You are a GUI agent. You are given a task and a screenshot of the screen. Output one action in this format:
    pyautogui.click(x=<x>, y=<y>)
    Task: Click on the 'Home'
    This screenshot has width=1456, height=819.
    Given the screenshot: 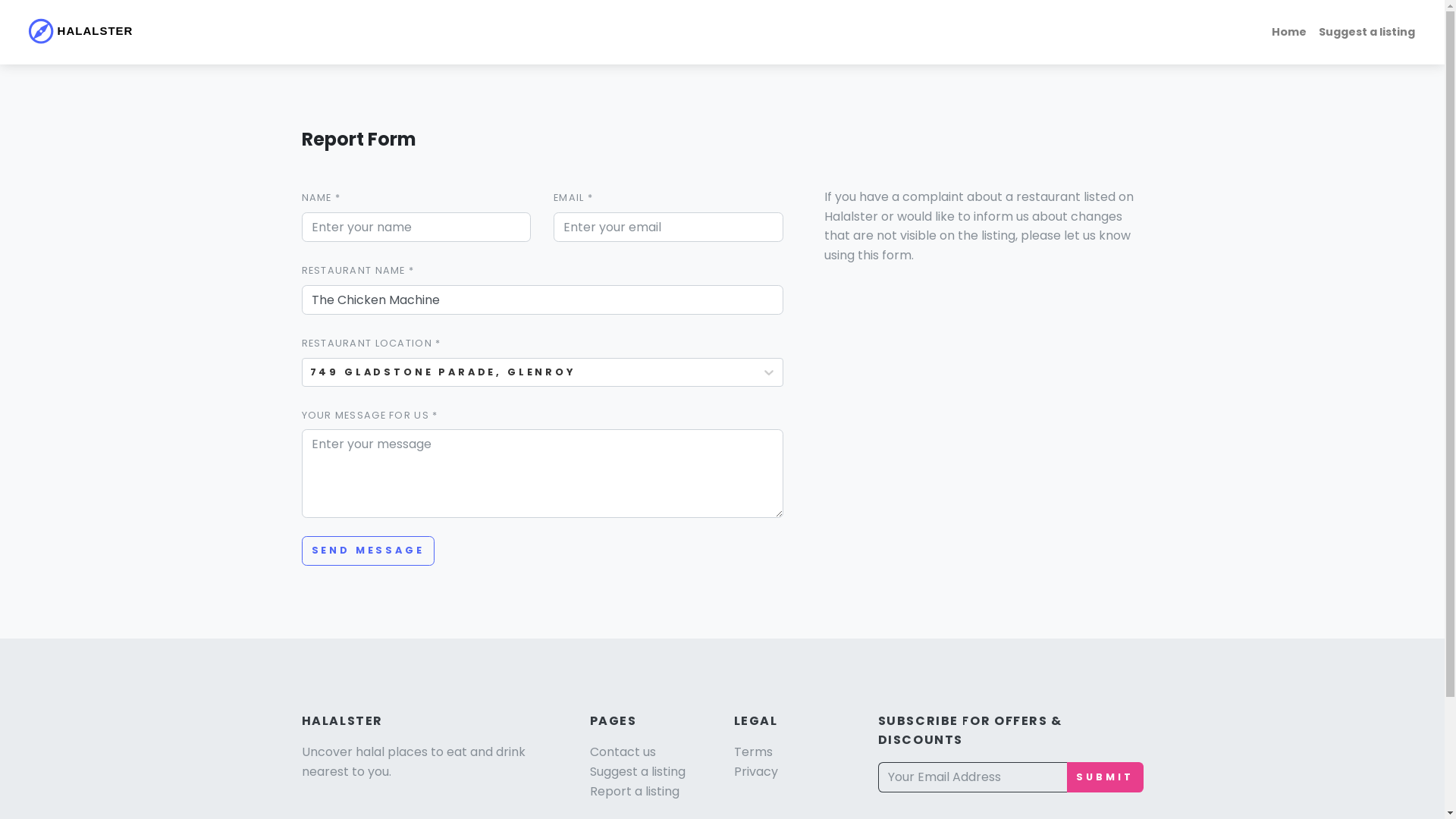 What is the action you would take?
    pyautogui.click(x=1288, y=32)
    